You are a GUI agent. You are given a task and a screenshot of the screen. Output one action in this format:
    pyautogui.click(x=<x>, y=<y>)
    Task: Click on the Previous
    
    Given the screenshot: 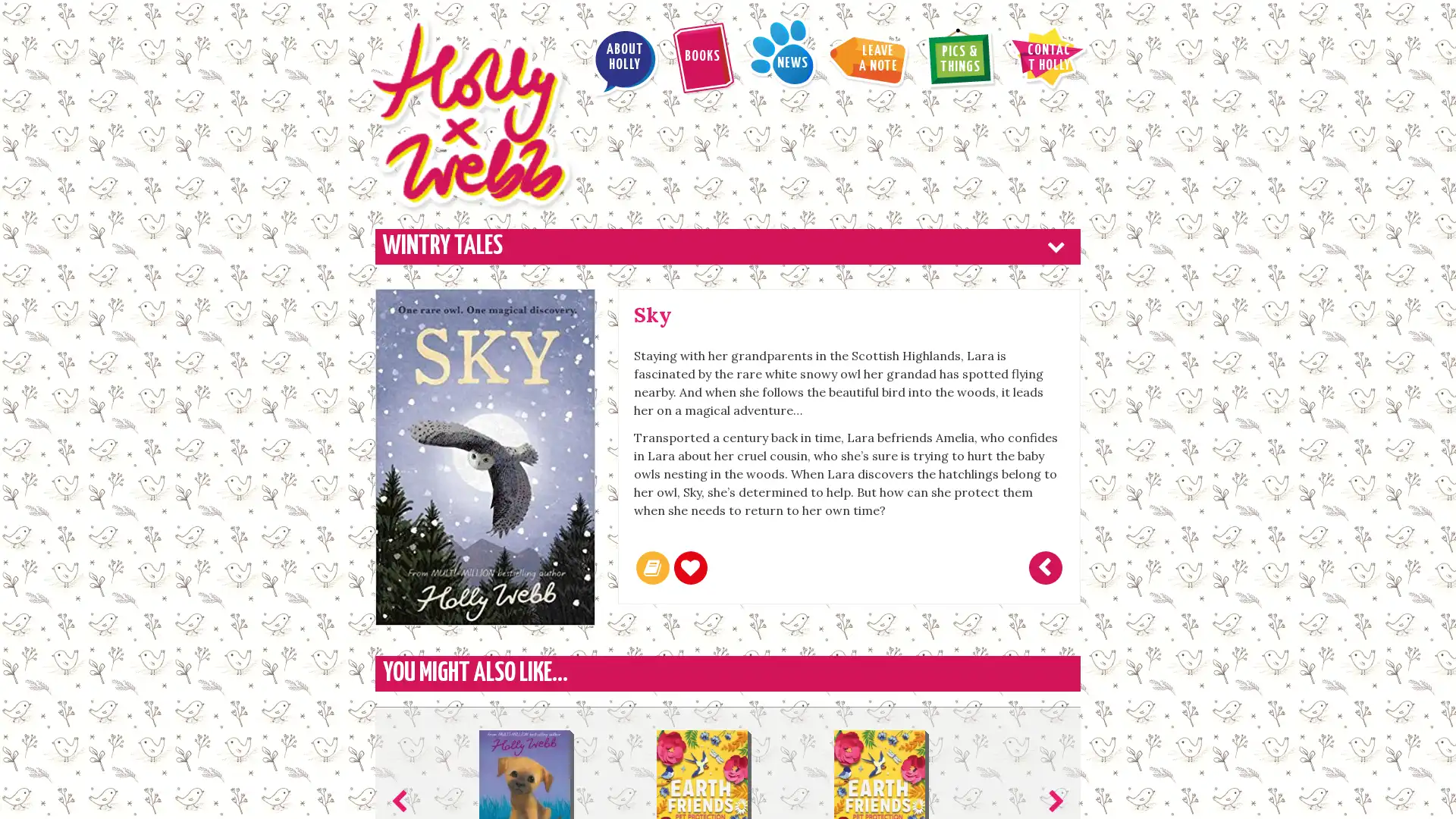 What is the action you would take?
    pyautogui.click(x=403, y=687)
    